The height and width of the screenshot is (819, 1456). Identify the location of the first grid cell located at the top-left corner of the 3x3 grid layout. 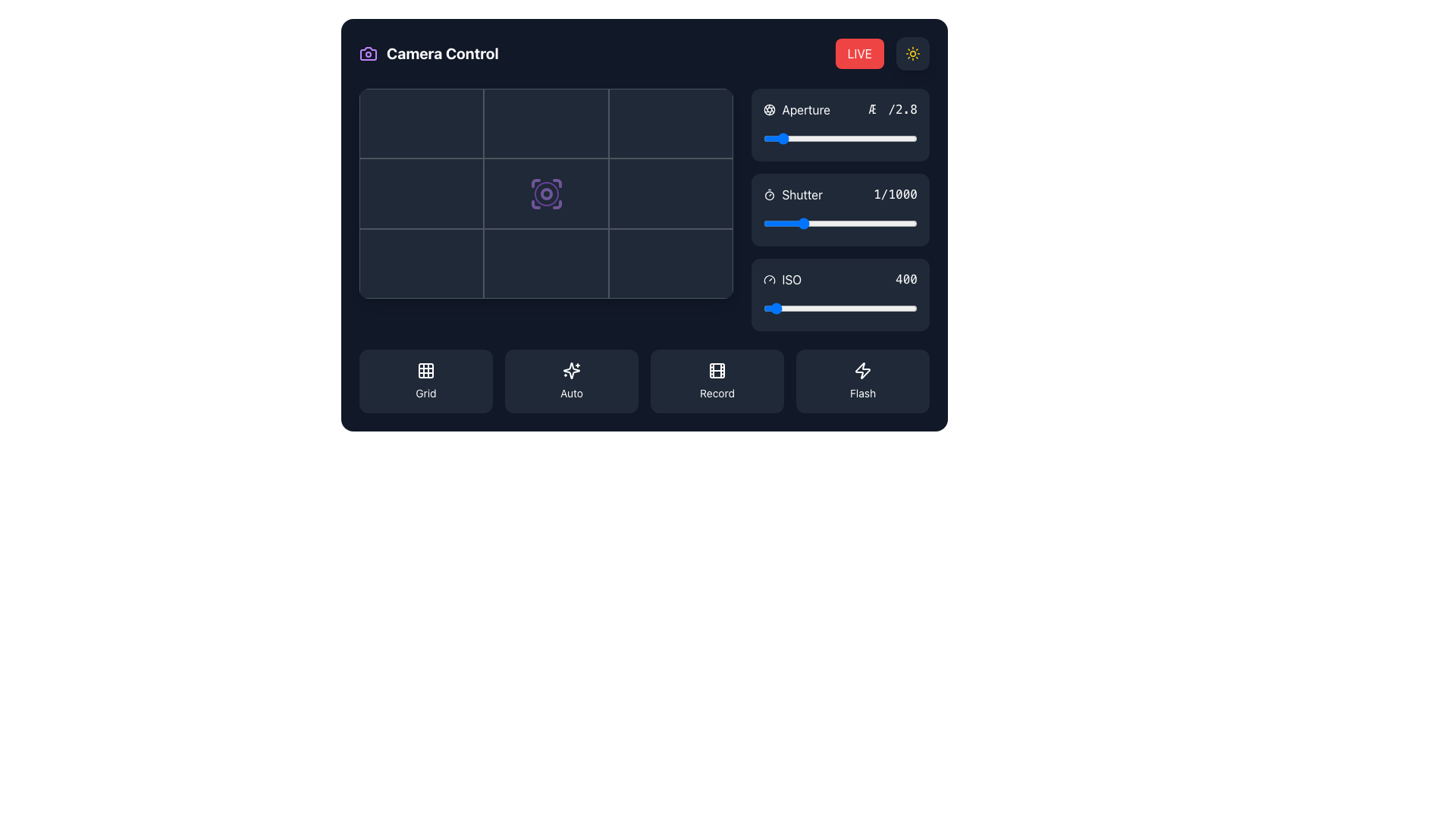
(422, 123).